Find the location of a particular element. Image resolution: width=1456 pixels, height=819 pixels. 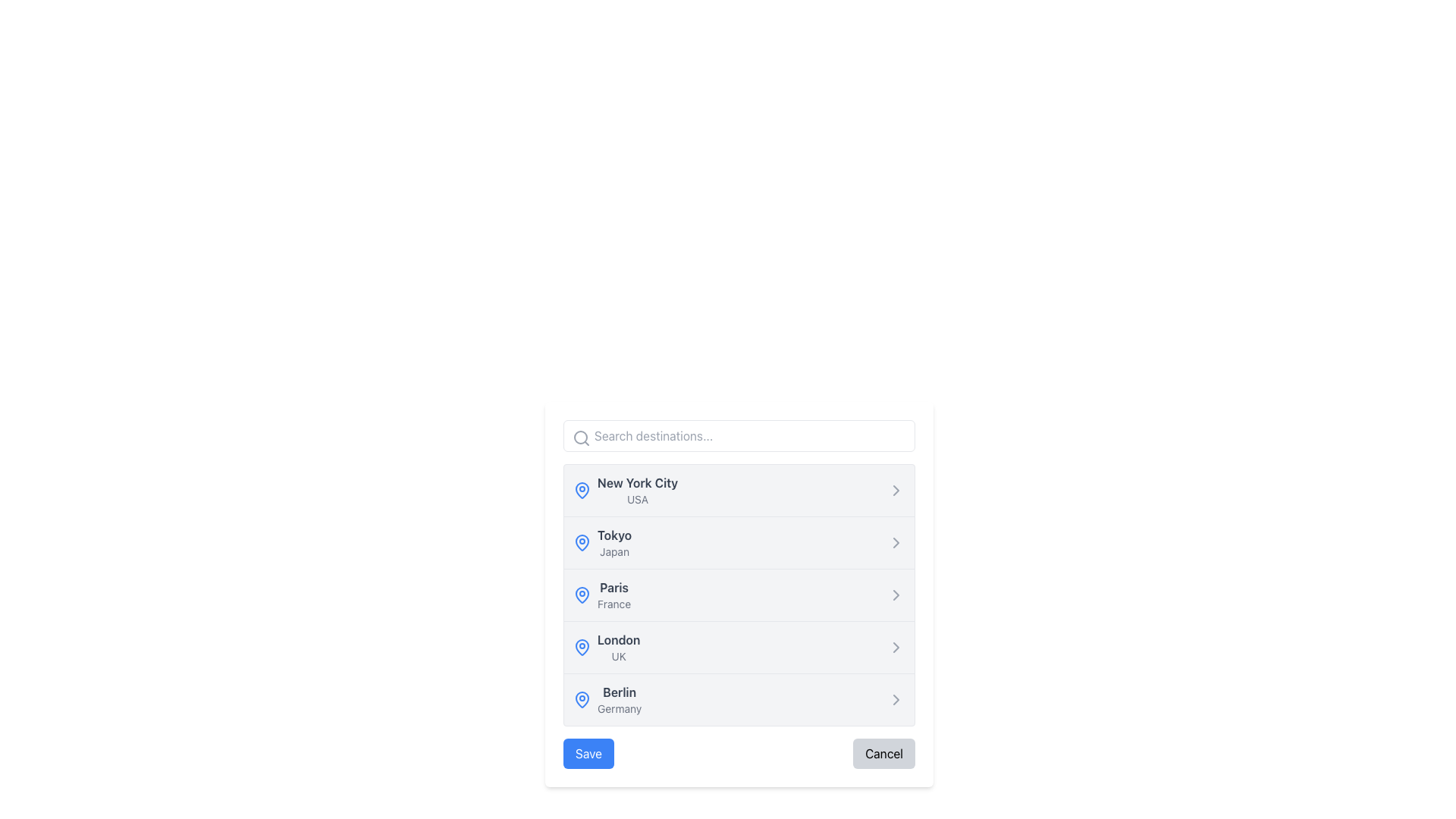

the blue outlined location pin icon adjacent to the text 'Paris' in the list of locations is located at coordinates (582, 595).